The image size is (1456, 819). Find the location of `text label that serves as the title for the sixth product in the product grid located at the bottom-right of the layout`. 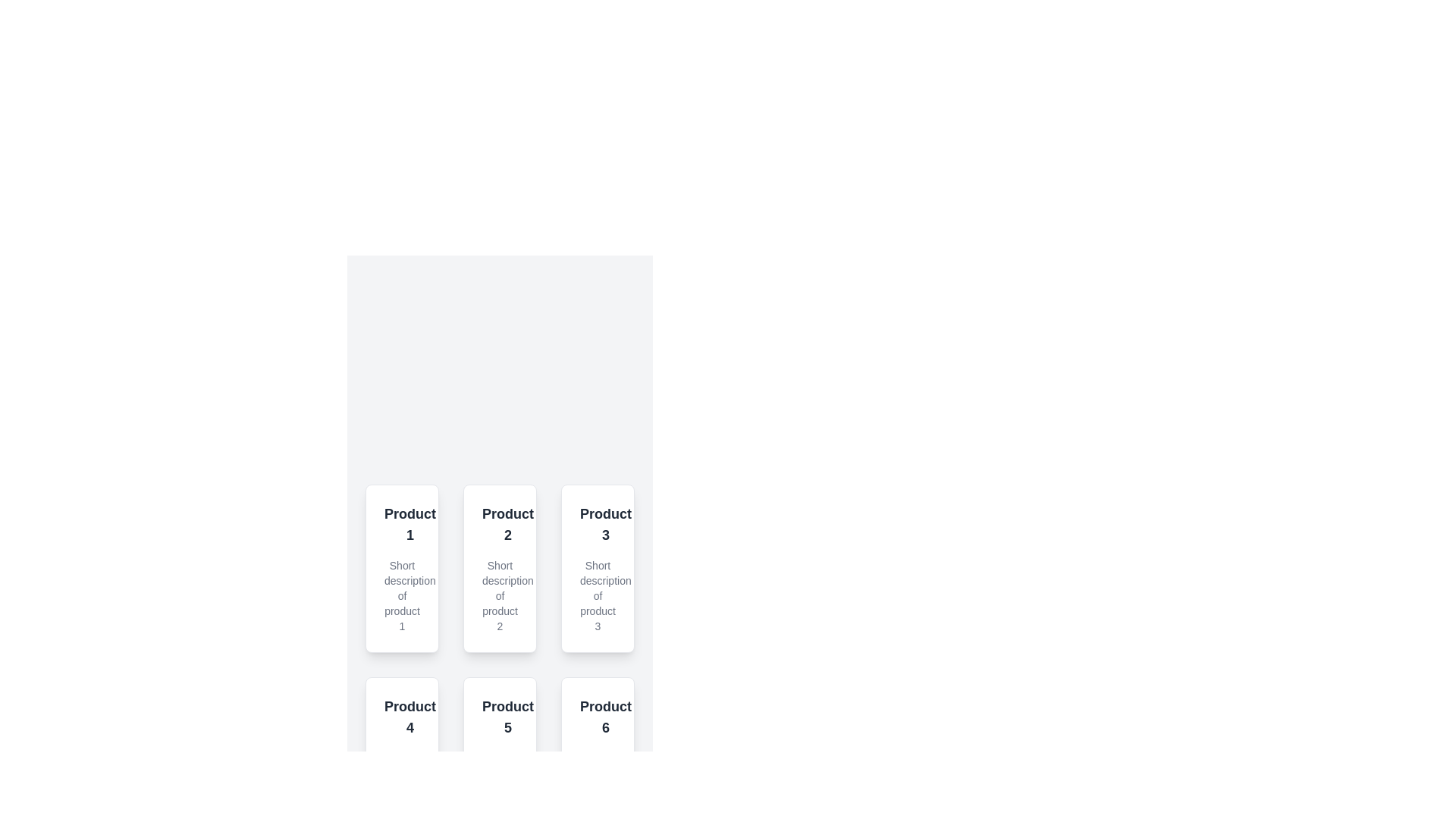

text label that serves as the title for the sixth product in the product grid located at the bottom-right of the layout is located at coordinates (605, 717).